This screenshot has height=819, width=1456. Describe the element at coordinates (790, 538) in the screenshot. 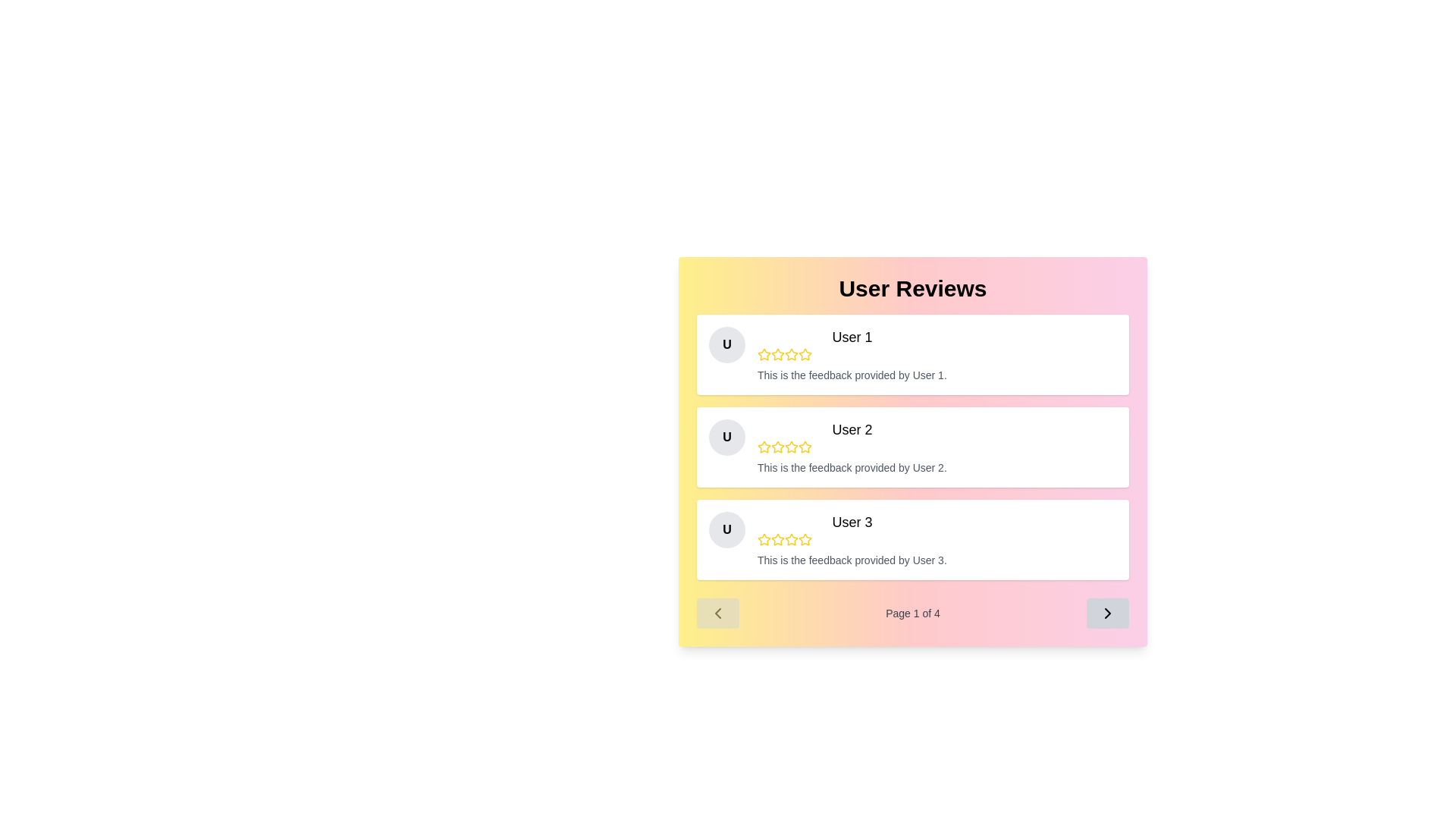

I see `the third star in the rating system for User 3` at that location.